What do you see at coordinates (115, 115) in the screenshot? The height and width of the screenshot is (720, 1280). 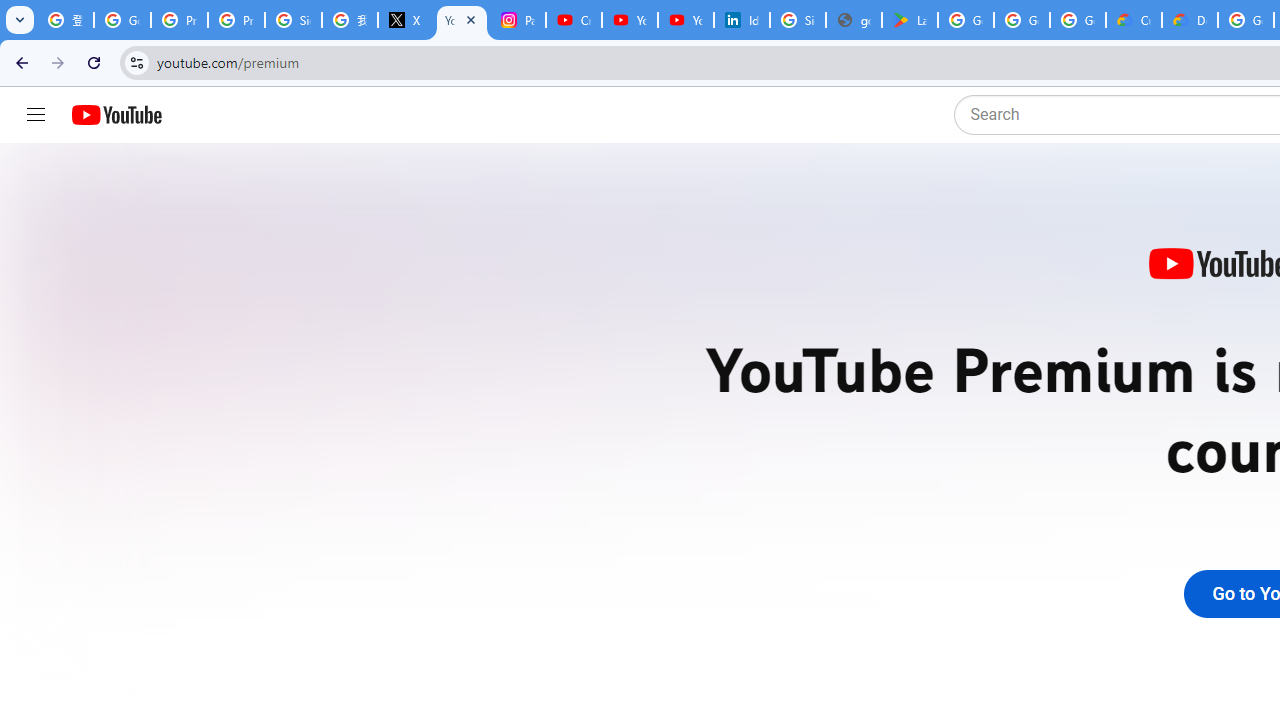 I see `'YouTube Home'` at bounding box center [115, 115].